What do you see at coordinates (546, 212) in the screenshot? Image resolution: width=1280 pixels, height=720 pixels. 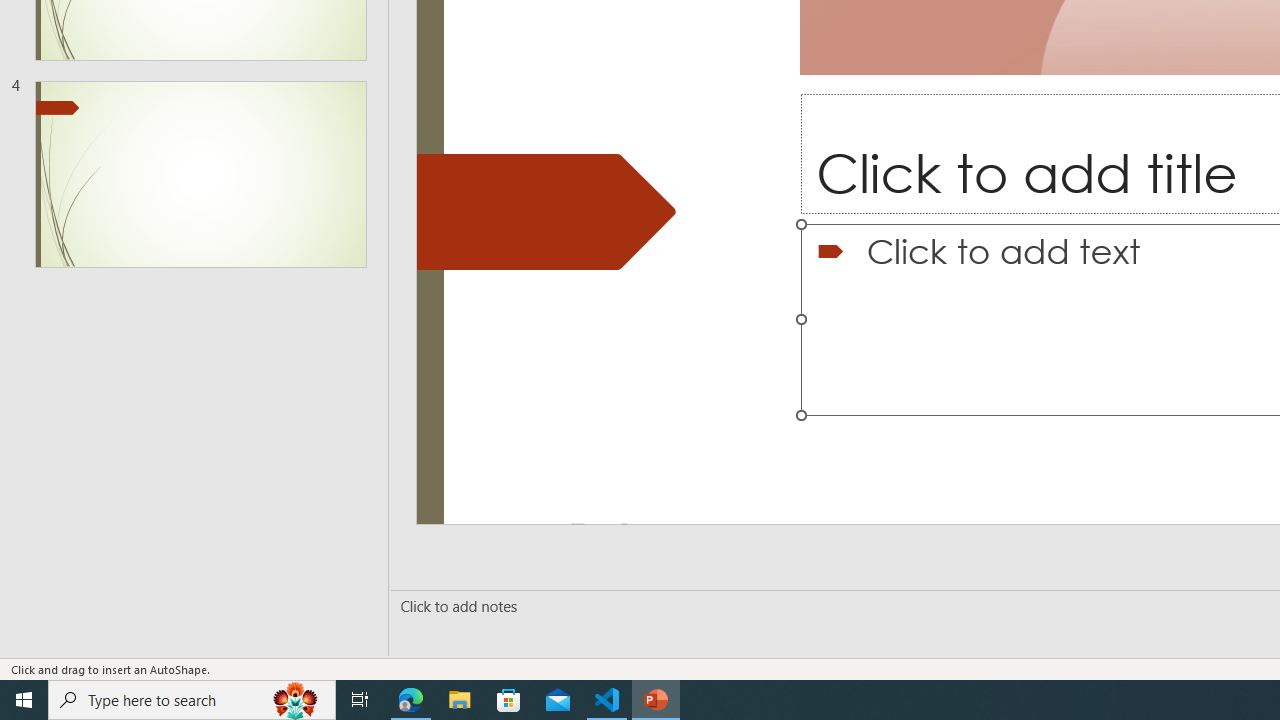 I see `'Decorative Locked'` at bounding box center [546, 212].